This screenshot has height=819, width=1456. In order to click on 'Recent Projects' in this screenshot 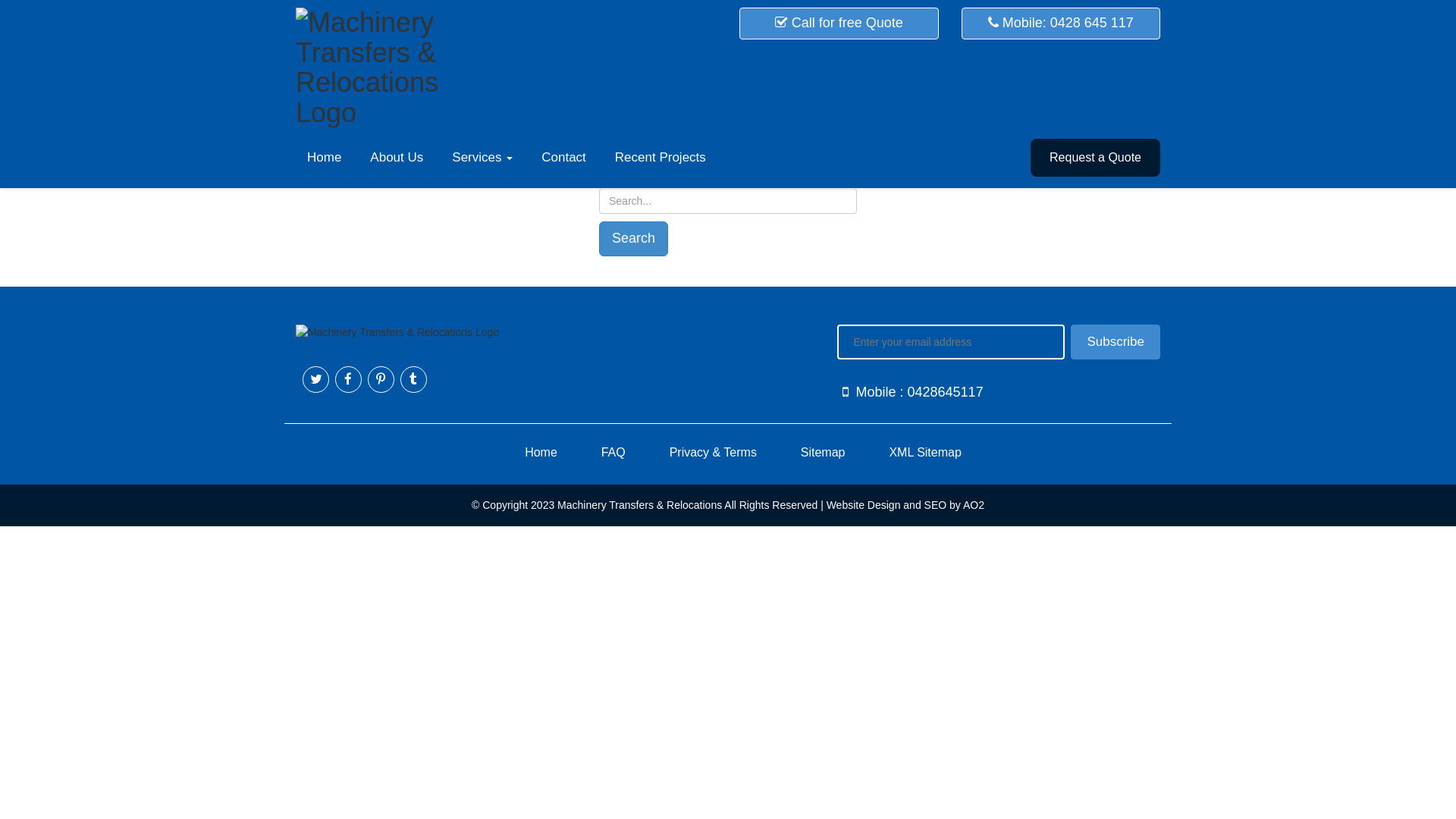, I will do `click(660, 158)`.